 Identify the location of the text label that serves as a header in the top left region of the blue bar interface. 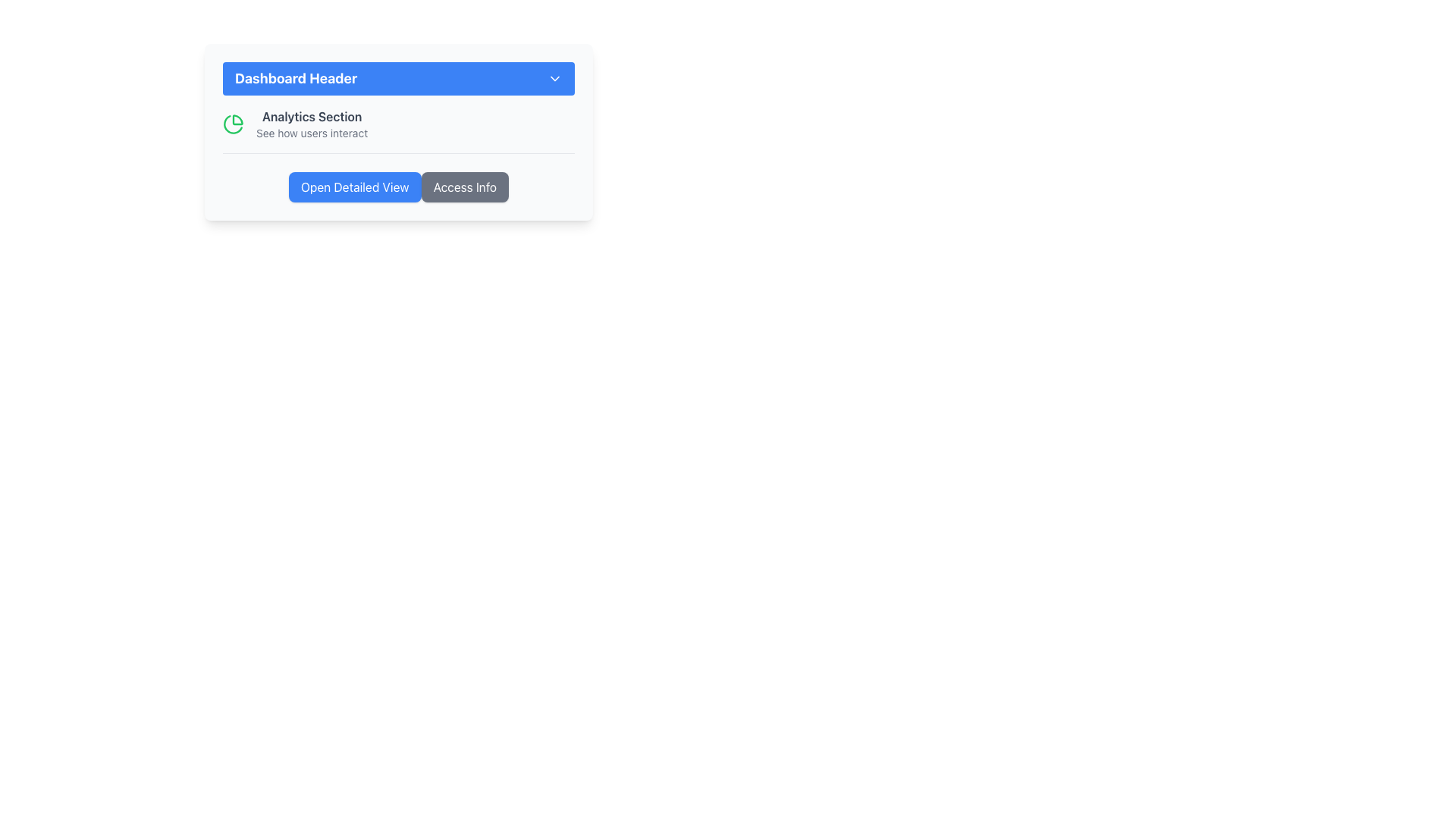
(296, 79).